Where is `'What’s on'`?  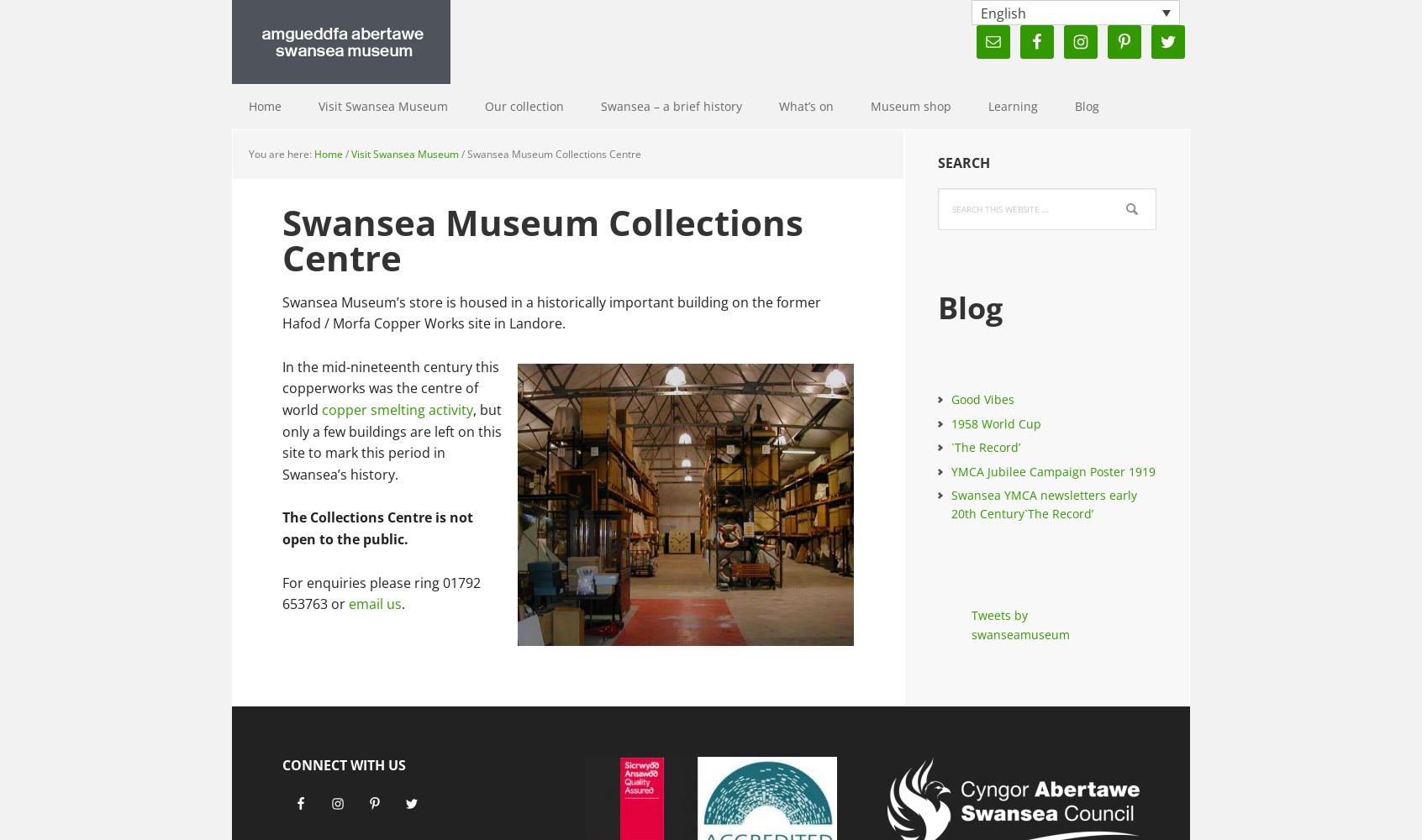
'What’s on' is located at coordinates (806, 106).